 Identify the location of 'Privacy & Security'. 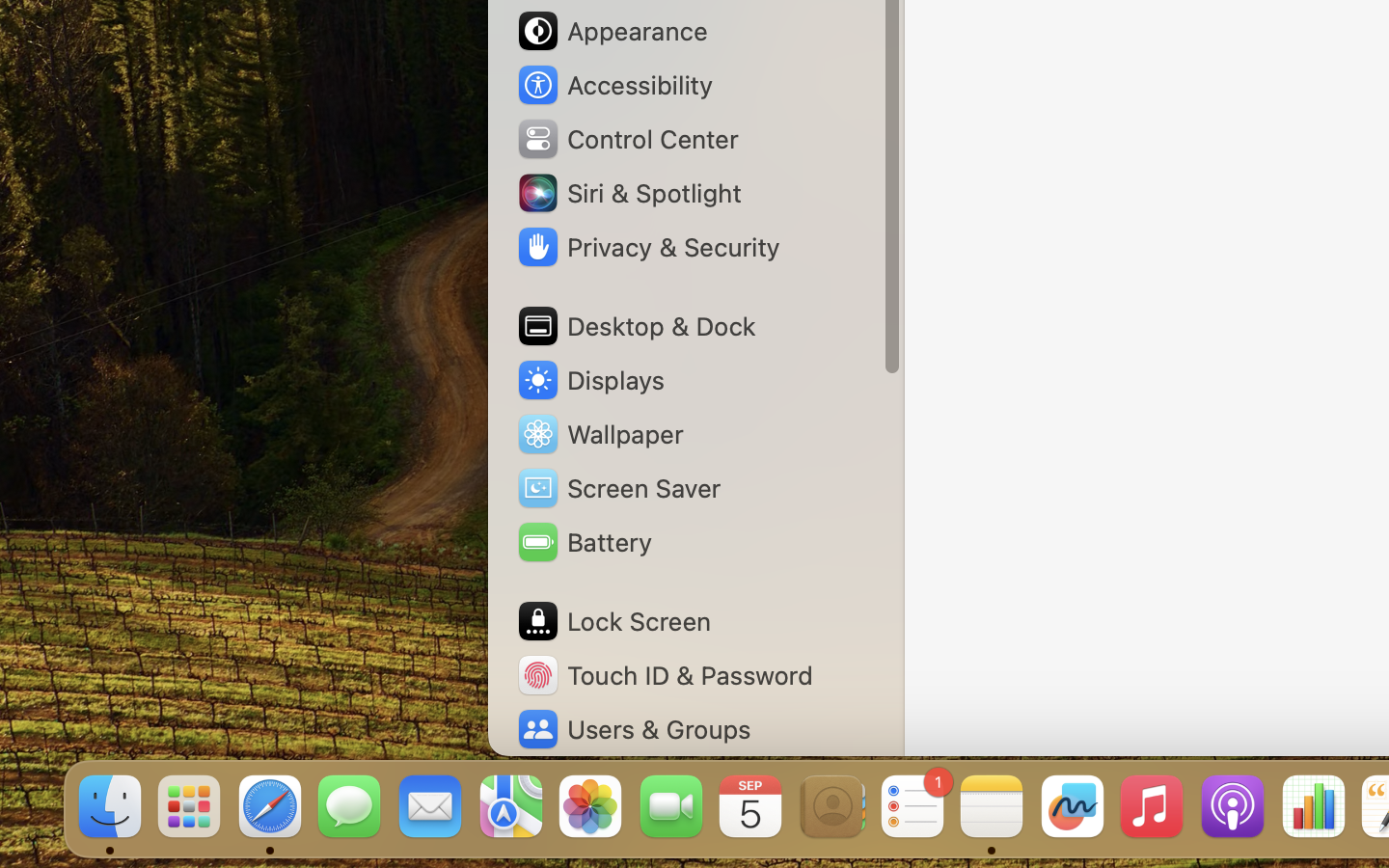
(647, 245).